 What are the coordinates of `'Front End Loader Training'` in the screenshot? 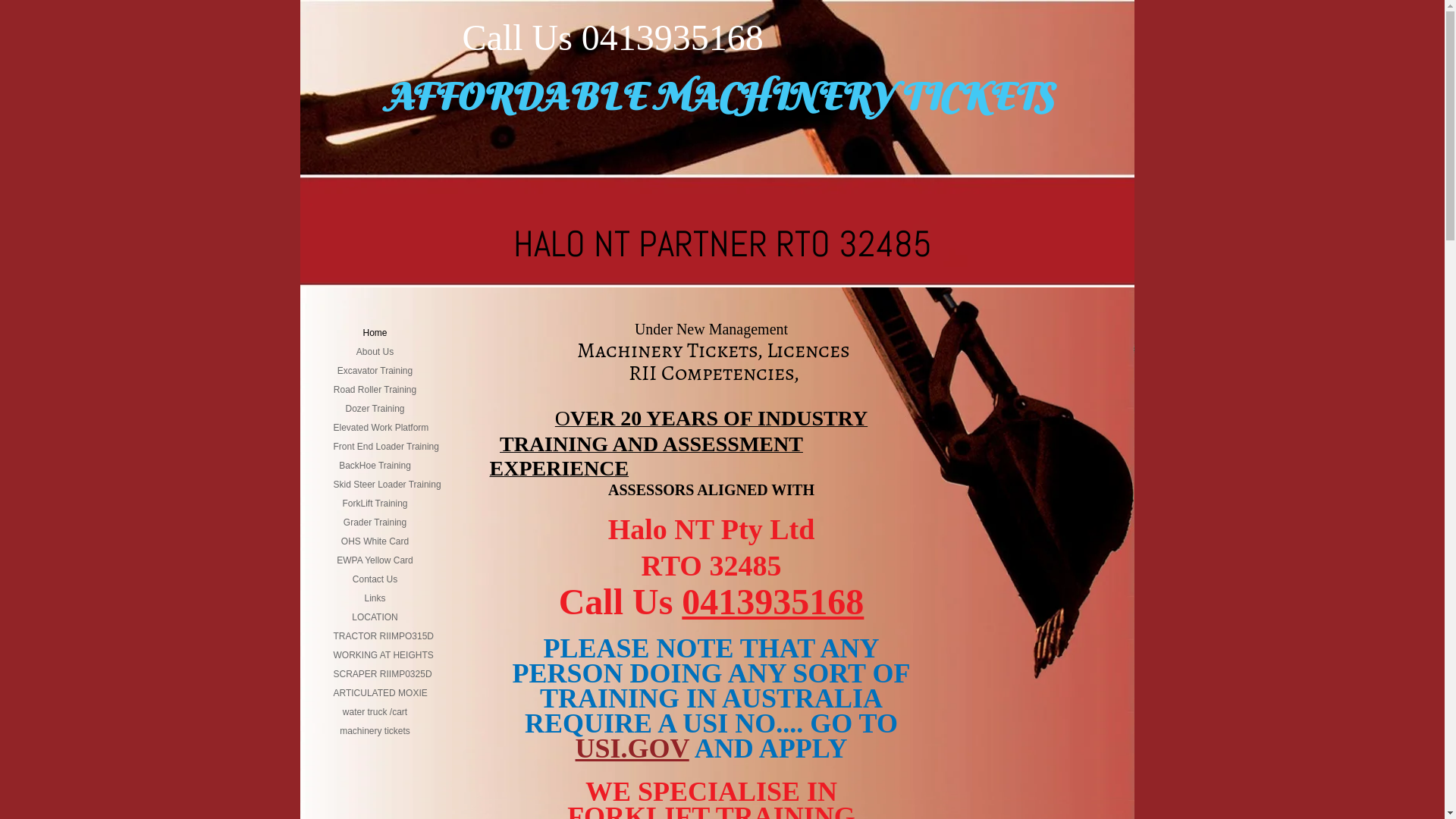 It's located at (386, 446).